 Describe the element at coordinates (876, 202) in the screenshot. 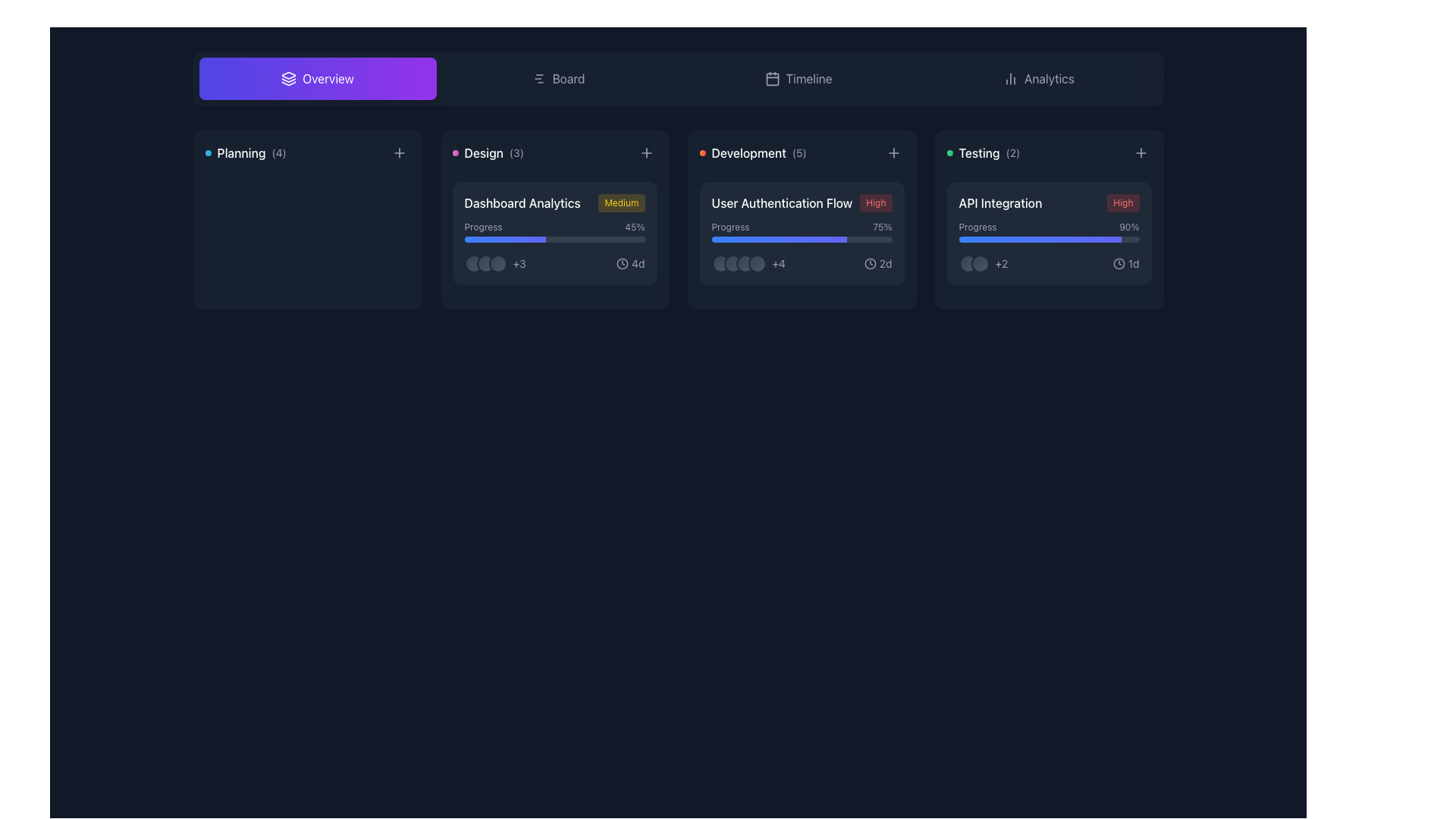

I see `the 'High' label, which is a small rectangular label with rounded corners and a semi-transparent red background, located to the right of the 'User Authentication Flow' text within the 'Development' card` at that location.